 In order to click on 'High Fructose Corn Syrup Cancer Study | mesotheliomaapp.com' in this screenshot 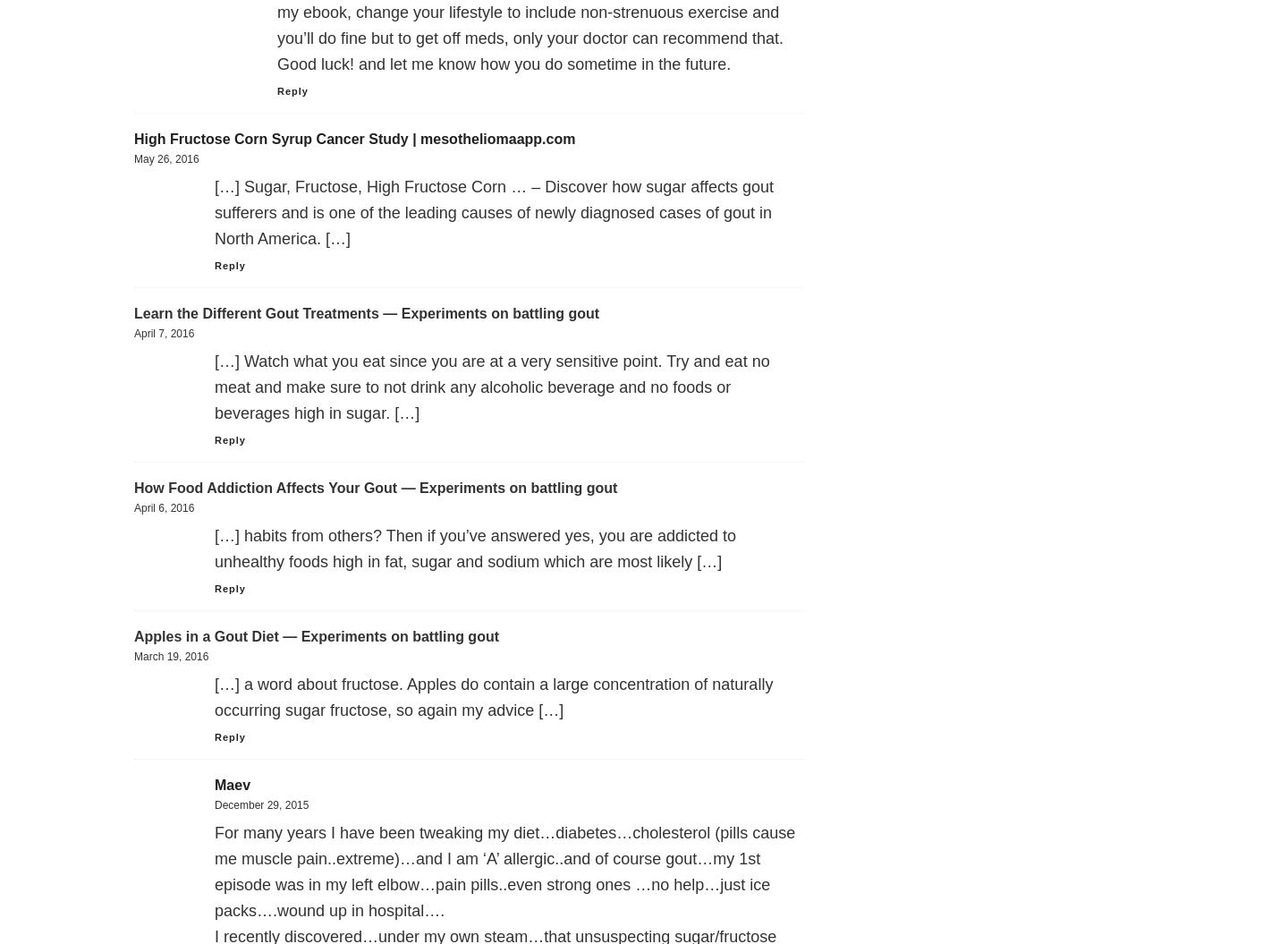, I will do `click(353, 139)`.